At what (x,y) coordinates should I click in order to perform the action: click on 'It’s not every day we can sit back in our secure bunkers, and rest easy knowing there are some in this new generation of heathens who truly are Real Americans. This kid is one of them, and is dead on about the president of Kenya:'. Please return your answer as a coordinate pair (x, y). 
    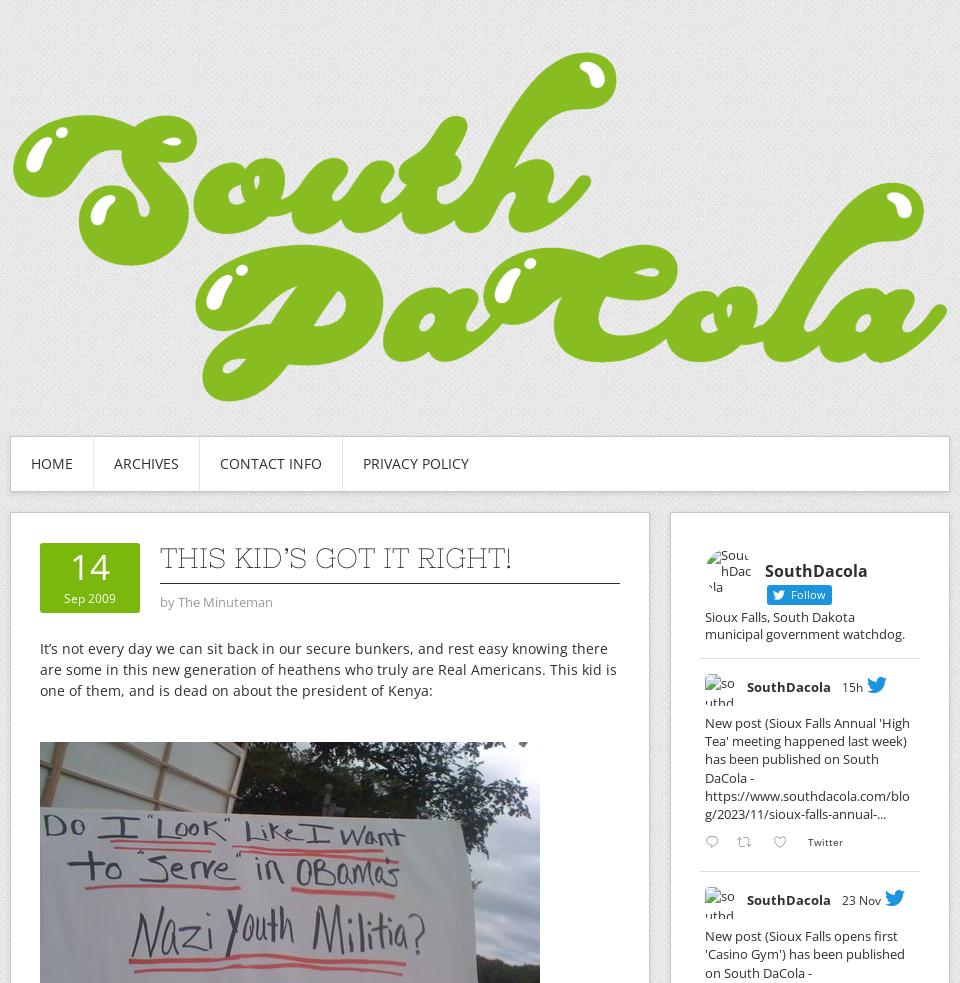
    Looking at the image, I should click on (328, 668).